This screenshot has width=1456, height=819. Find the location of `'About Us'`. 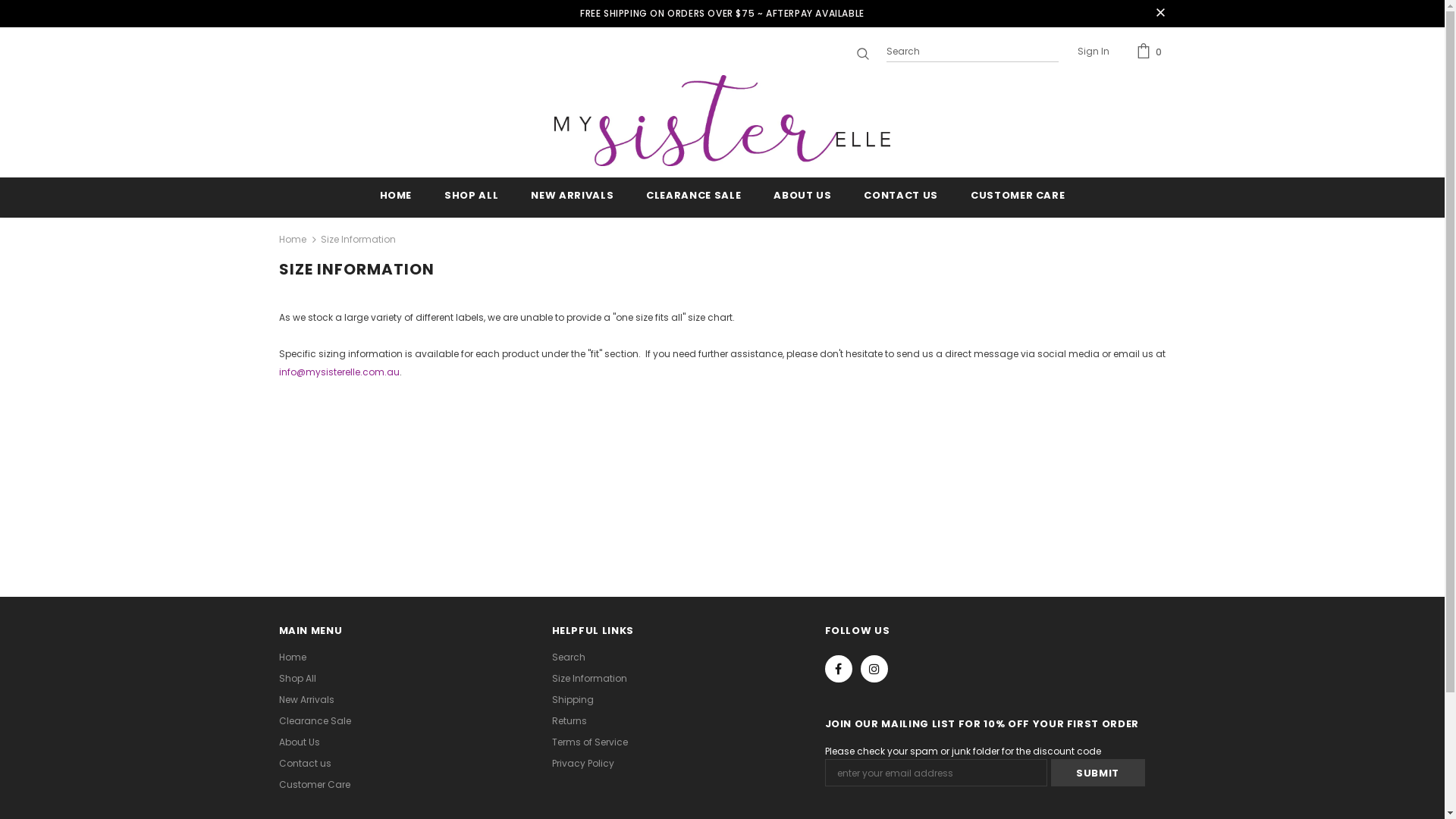

'About Us' is located at coordinates (279, 742).